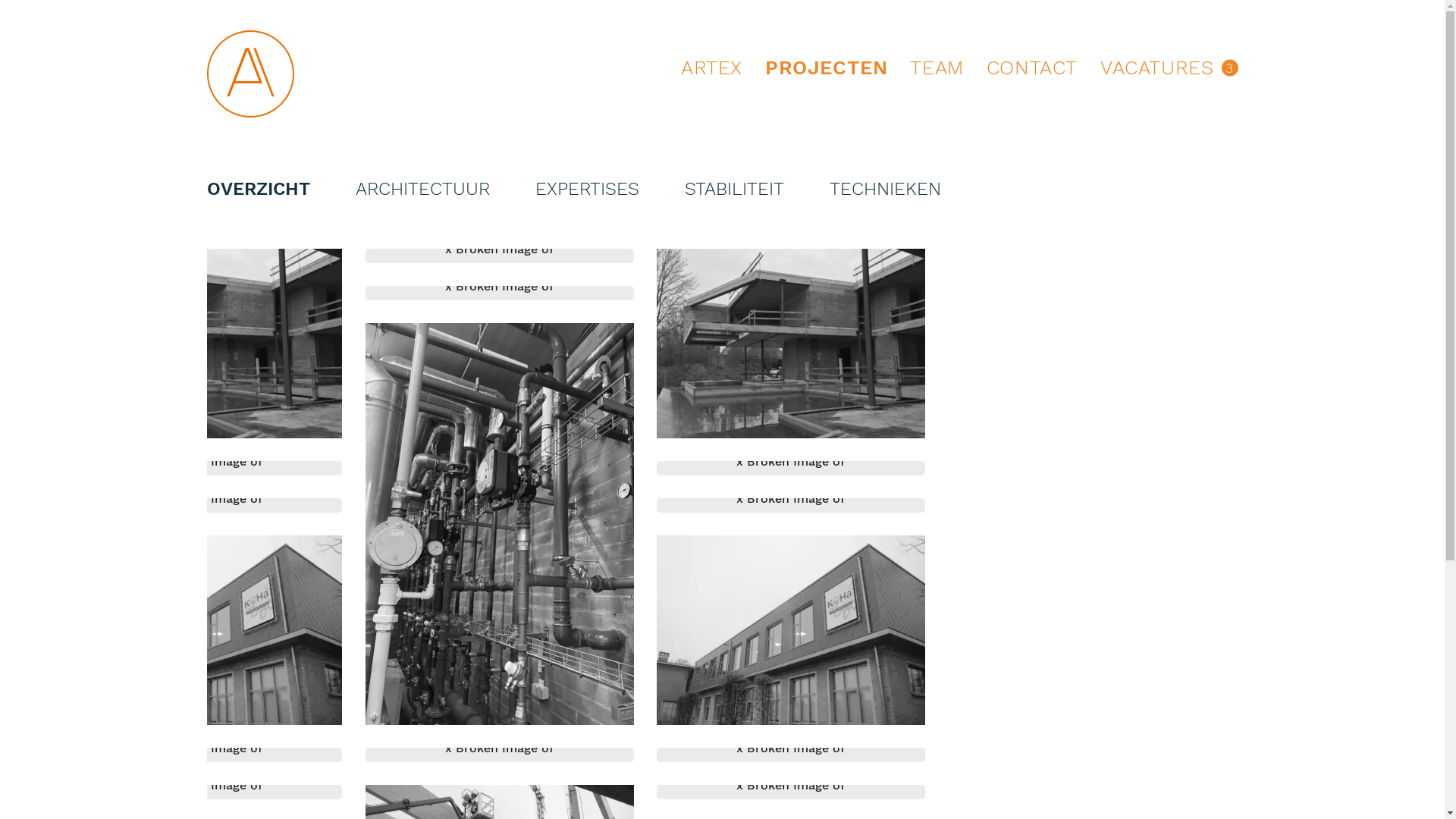 Image resolution: width=1456 pixels, height=819 pixels. Describe the element at coordinates (825, 71) in the screenshot. I see `'PROJECTEN'` at that location.